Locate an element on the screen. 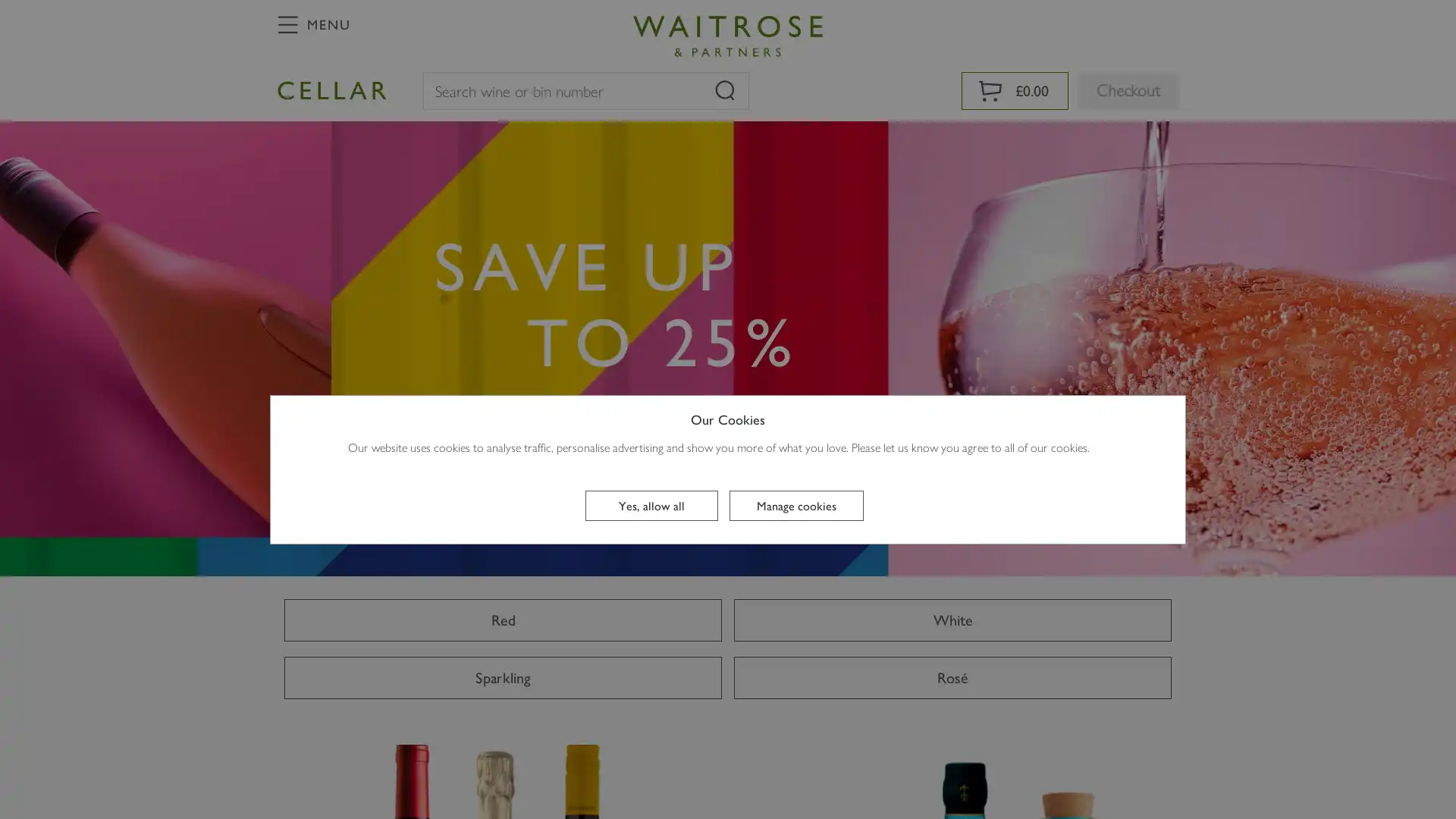 This screenshot has height=819, width=1456. Manage cookies is located at coordinates (795, 506).